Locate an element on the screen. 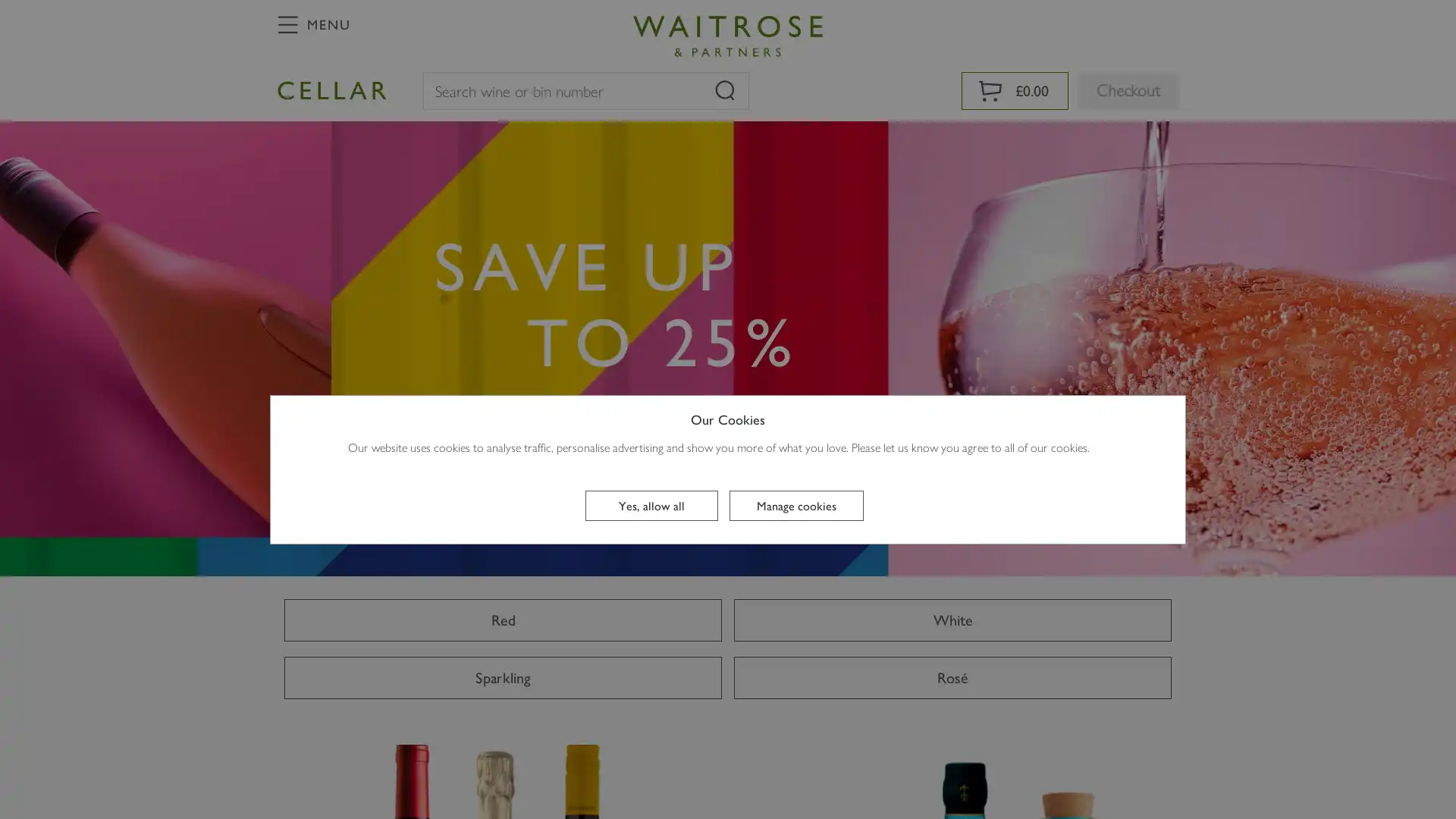 This screenshot has height=819, width=1456. Manage cookies is located at coordinates (795, 506).